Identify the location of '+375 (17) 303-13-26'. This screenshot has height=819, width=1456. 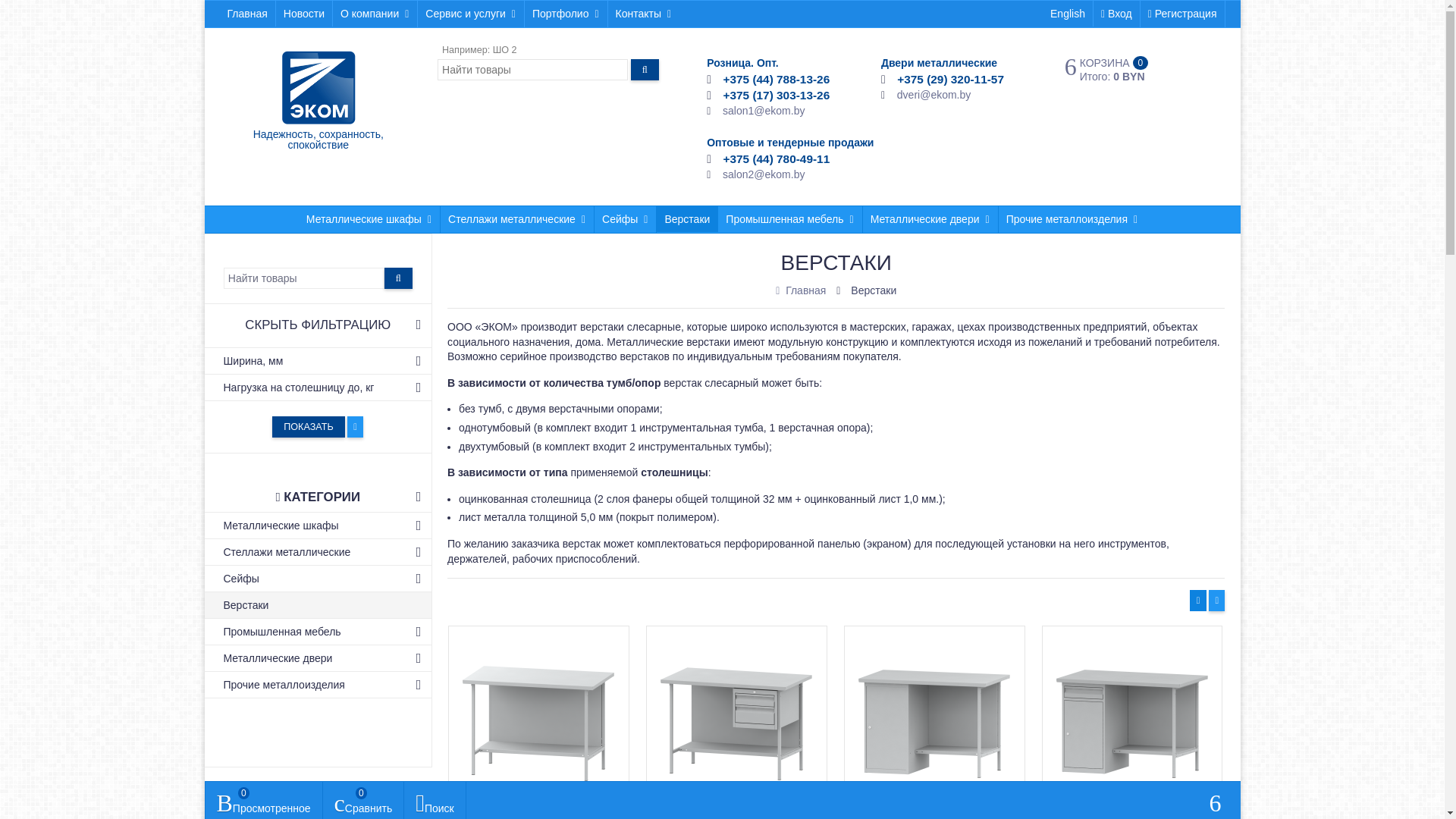
(722, 95).